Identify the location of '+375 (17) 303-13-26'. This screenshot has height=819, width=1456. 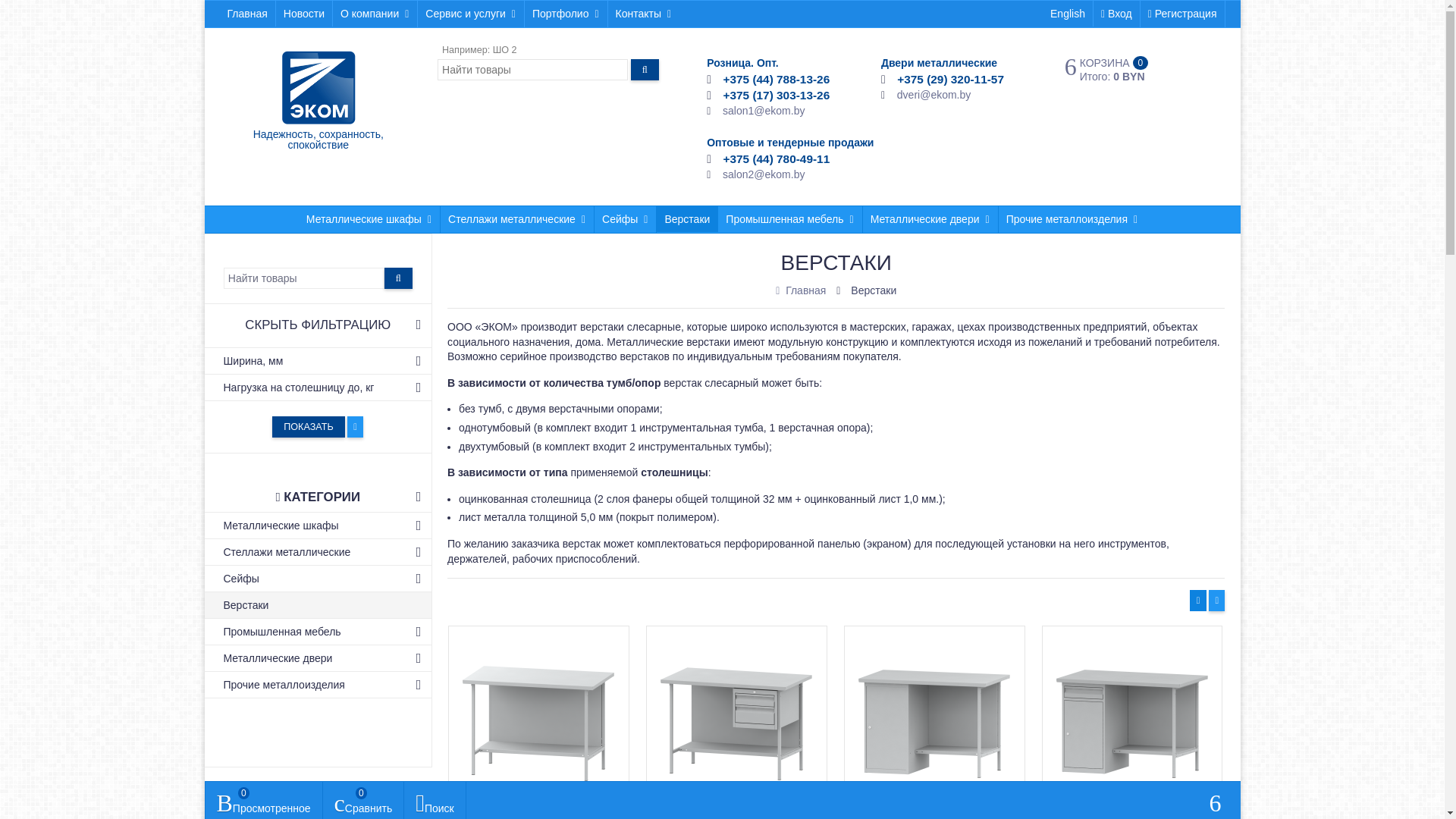
(722, 95).